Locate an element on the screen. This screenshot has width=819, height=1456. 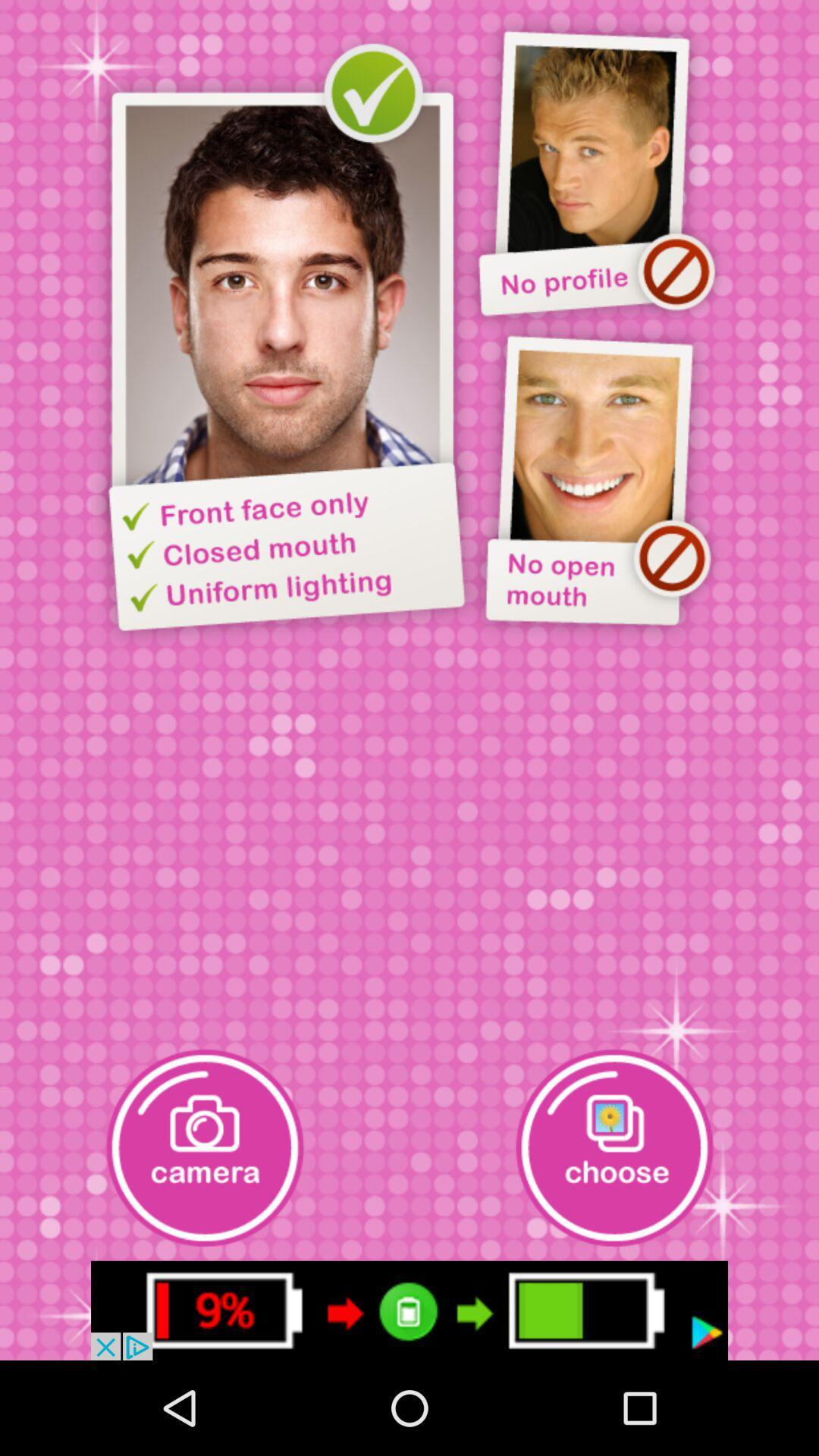
open camera is located at coordinates (205, 1147).